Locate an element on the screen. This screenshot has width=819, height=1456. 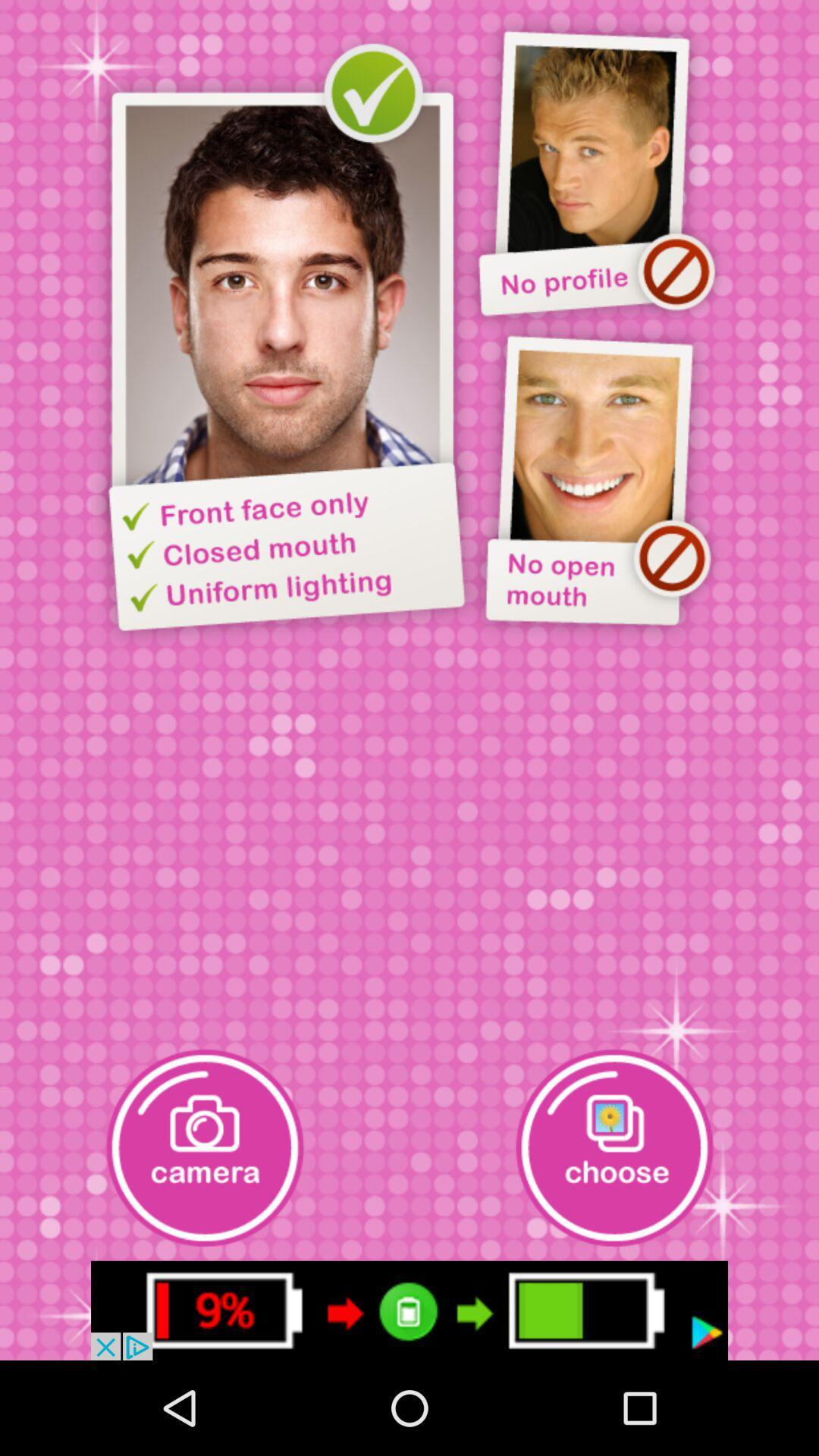
open camera is located at coordinates (205, 1147).